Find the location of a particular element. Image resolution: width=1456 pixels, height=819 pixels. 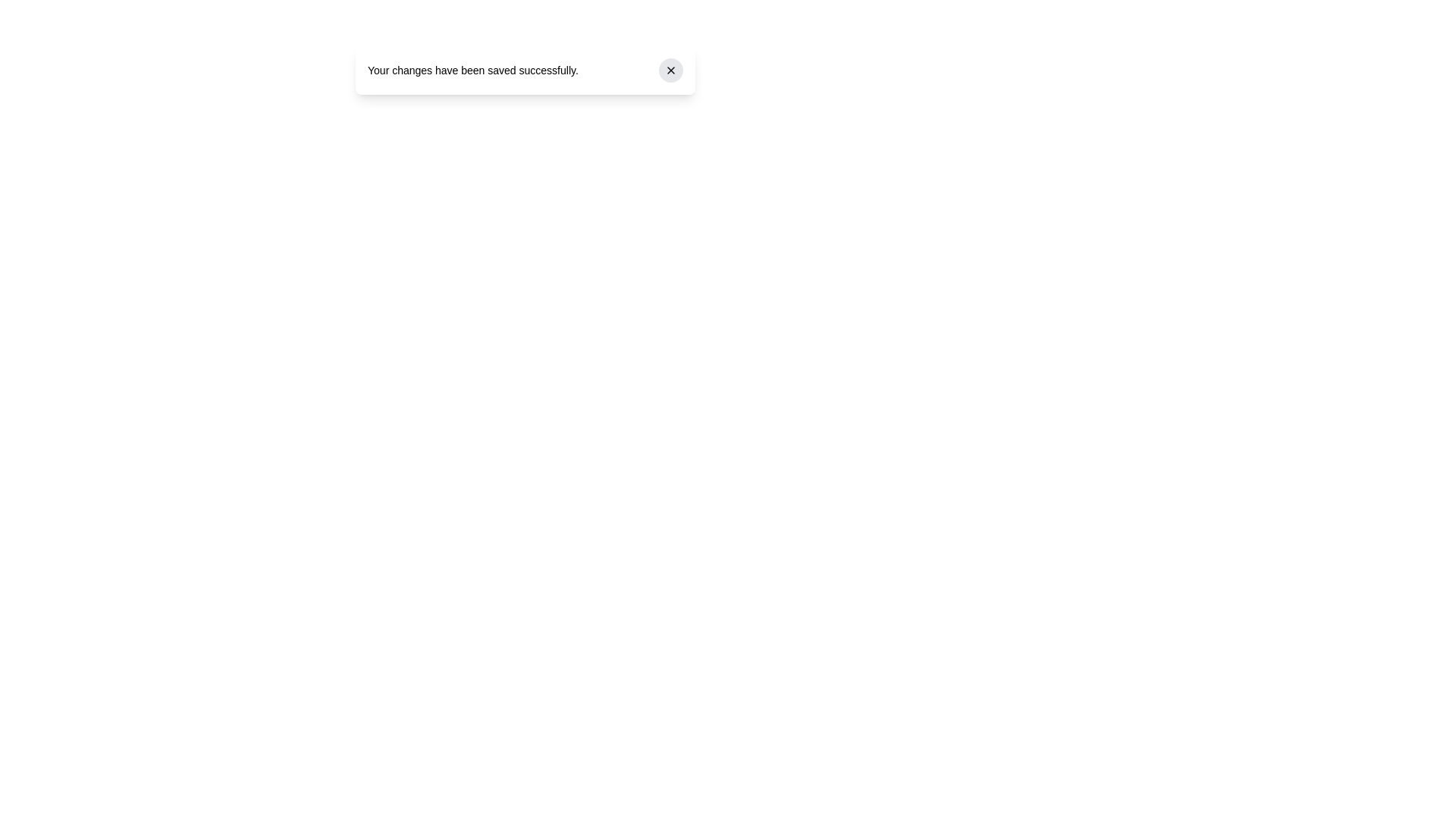

the rounded button located at the top-right area of the notification card is located at coordinates (670, 70).